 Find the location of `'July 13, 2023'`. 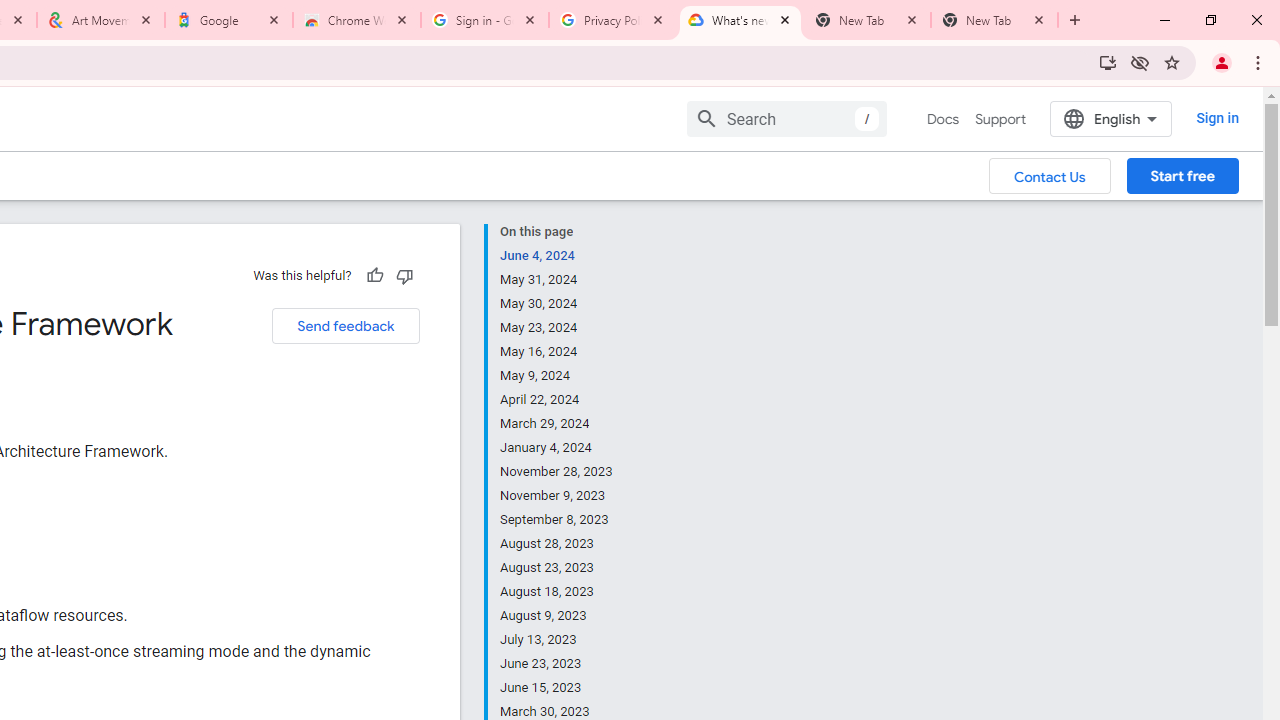

'July 13, 2023' is located at coordinates (557, 640).